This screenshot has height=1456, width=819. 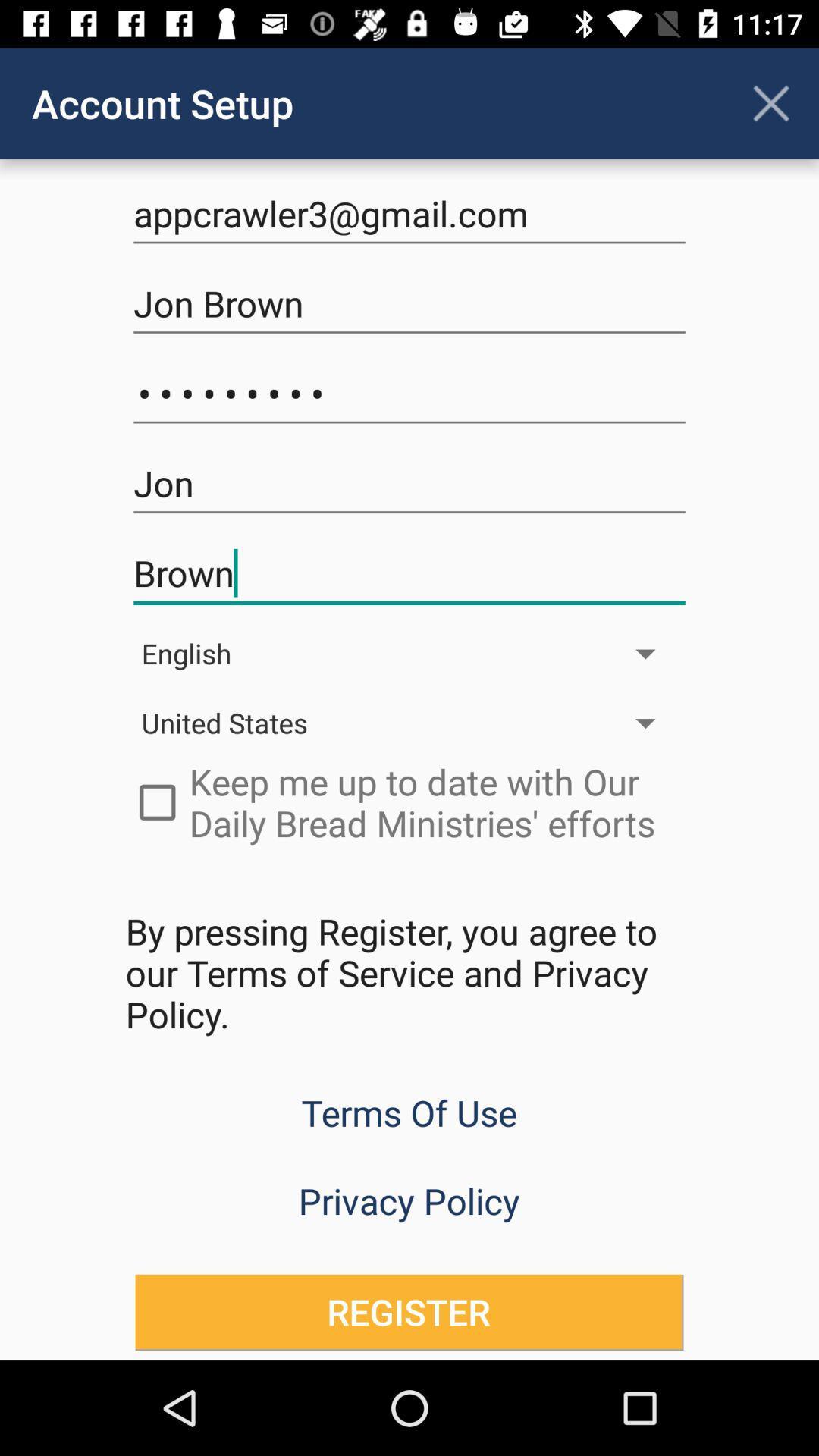 I want to click on the field below united states, so click(x=409, y=802).